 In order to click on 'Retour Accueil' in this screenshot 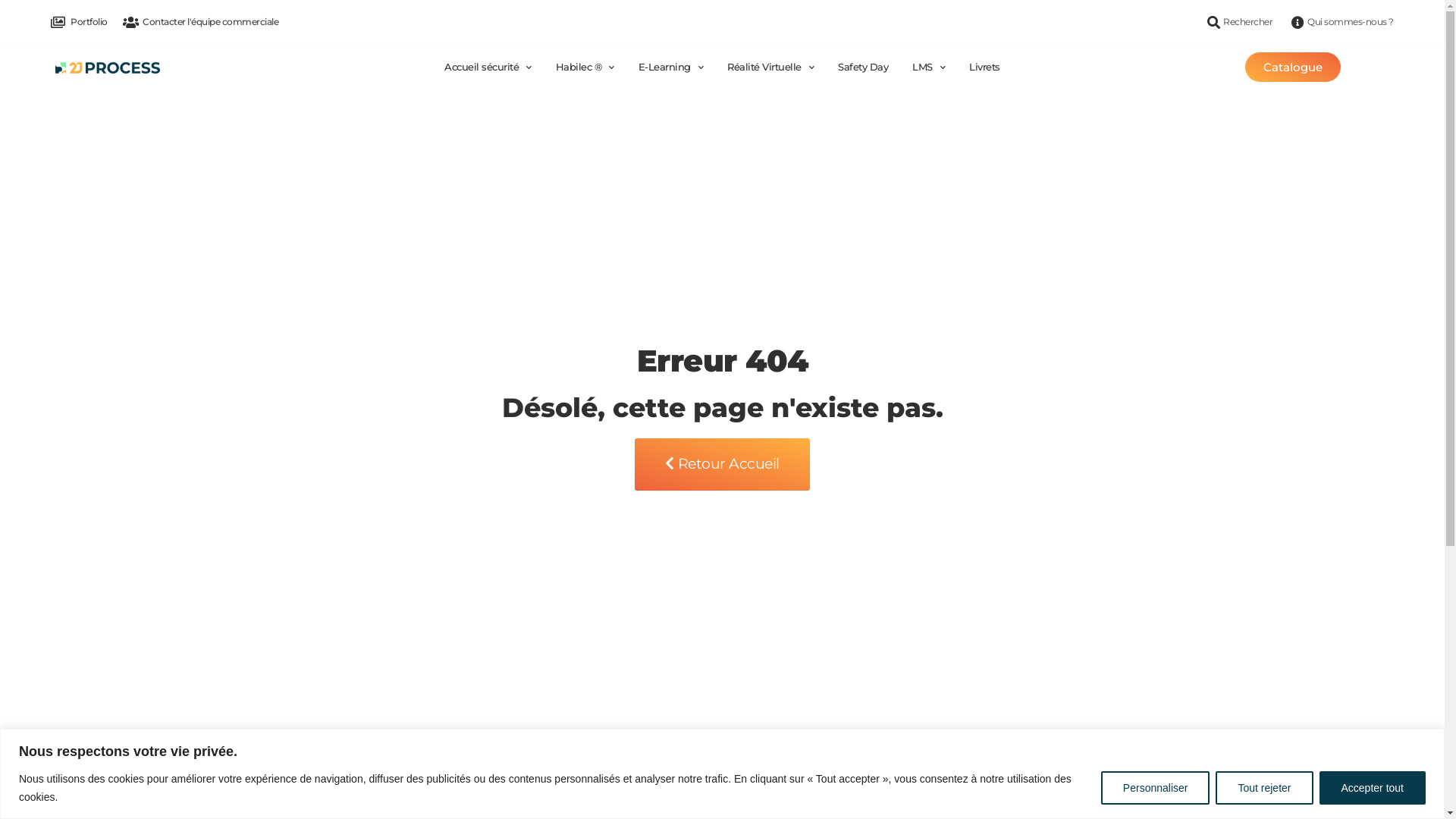, I will do `click(721, 463)`.